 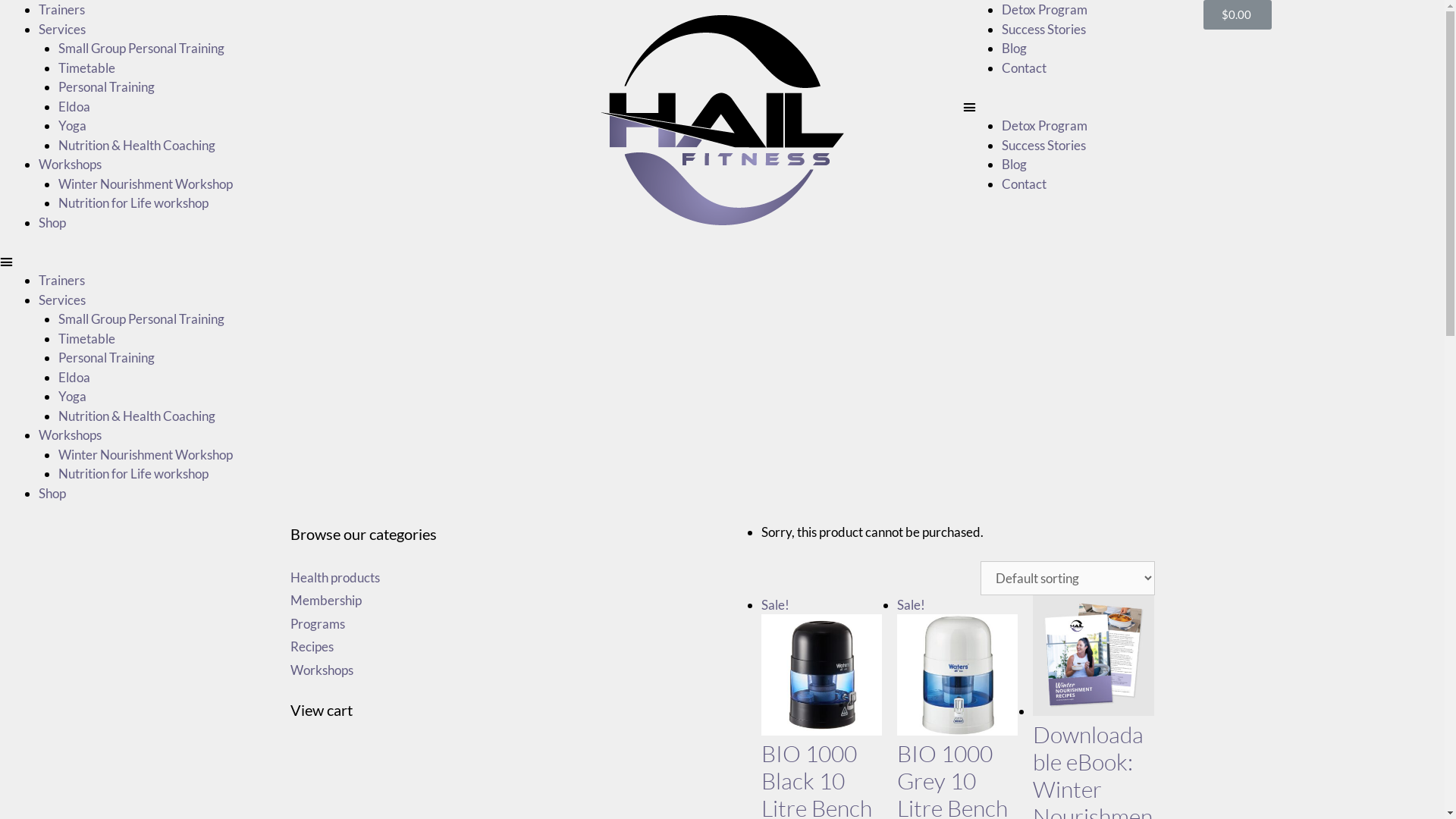 I want to click on 'Contact', so click(x=1001, y=66).